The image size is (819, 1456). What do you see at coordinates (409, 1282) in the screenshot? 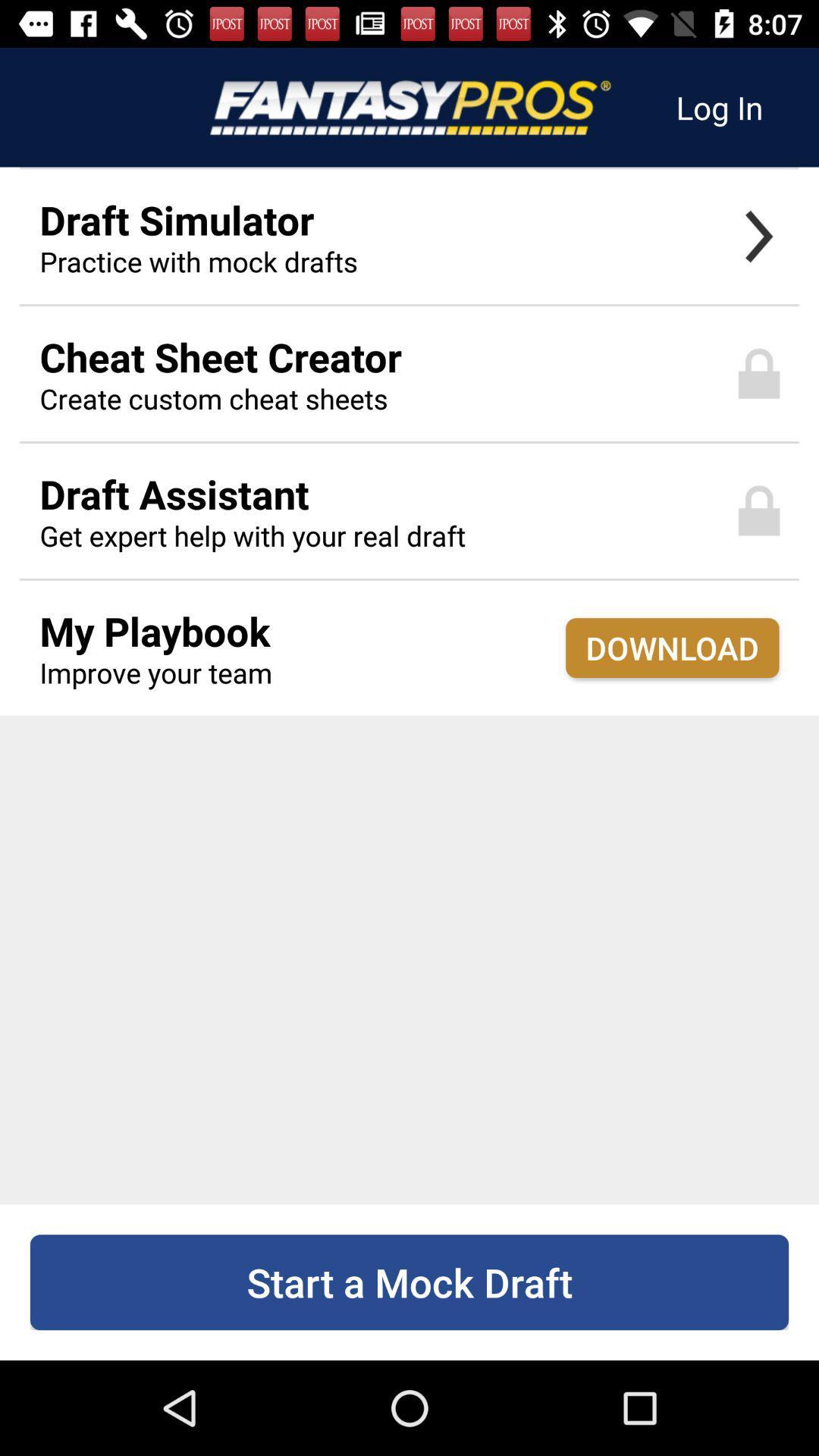
I see `start a mock` at bounding box center [409, 1282].